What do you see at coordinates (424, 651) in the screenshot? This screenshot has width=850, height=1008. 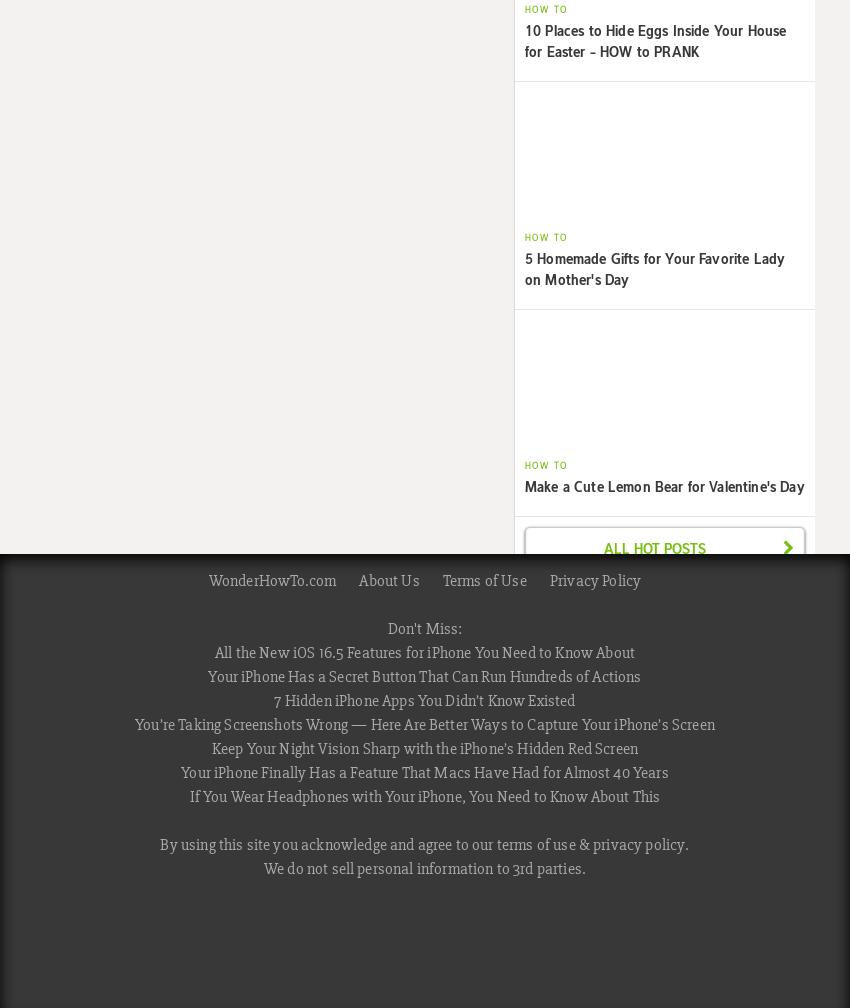 I see `'All the New iOS 16.5 Features for iPhone You Need to Know About'` at bounding box center [424, 651].